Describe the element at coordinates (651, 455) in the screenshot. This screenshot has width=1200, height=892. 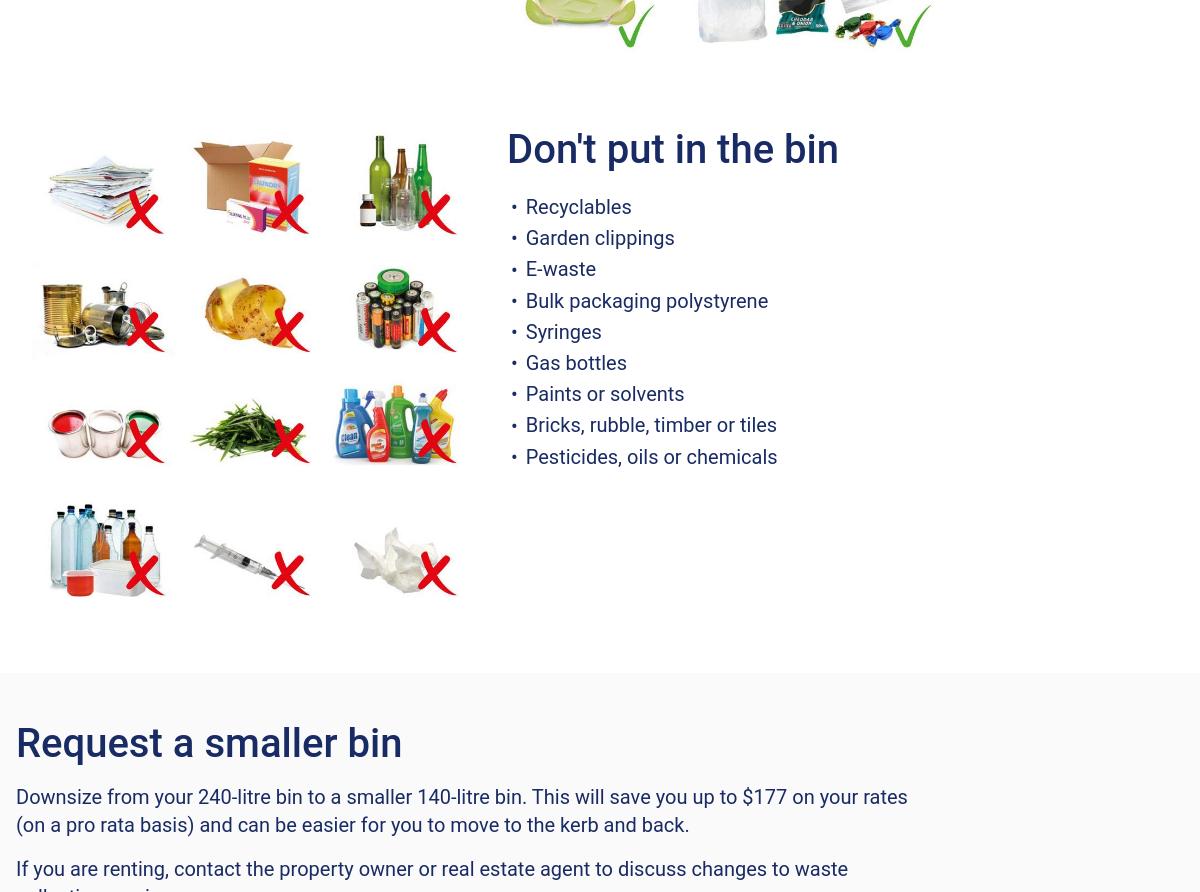
I see `'Pesticides, oils or chemicals'` at that location.